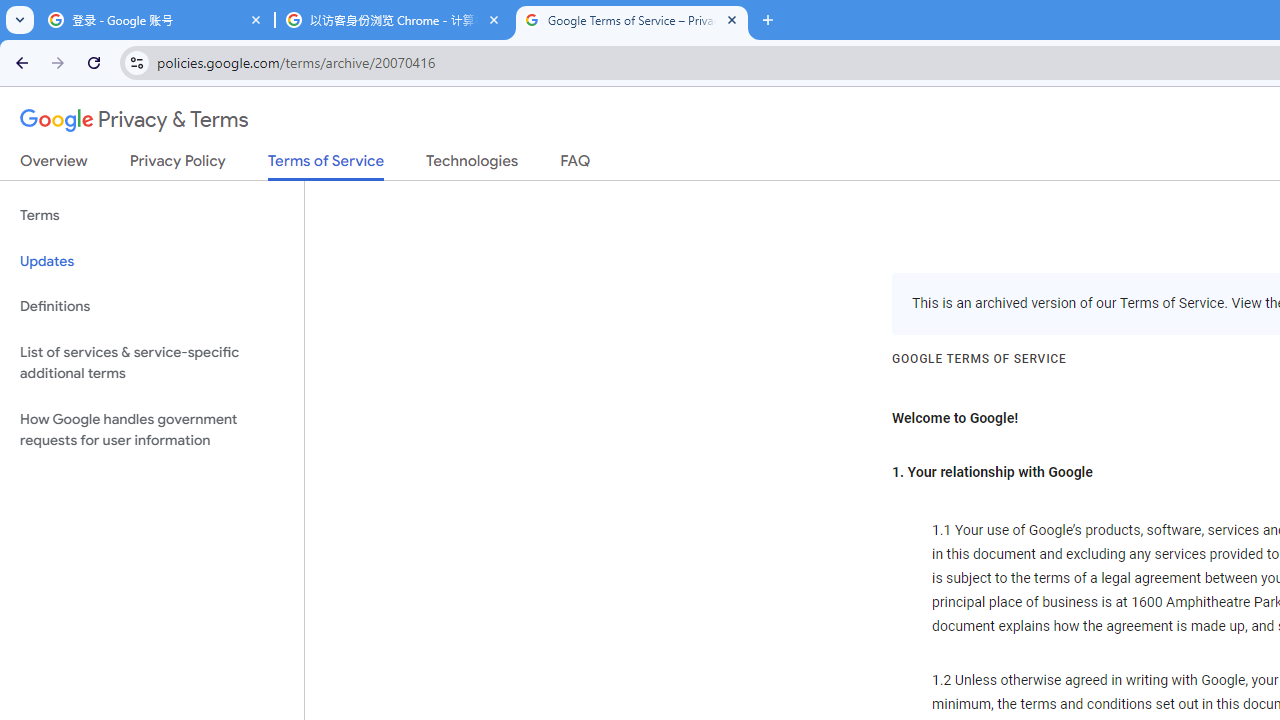 The width and height of the screenshot is (1280, 720). Describe the element at coordinates (151, 428) in the screenshot. I see `'How Google handles government requests for user information'` at that location.